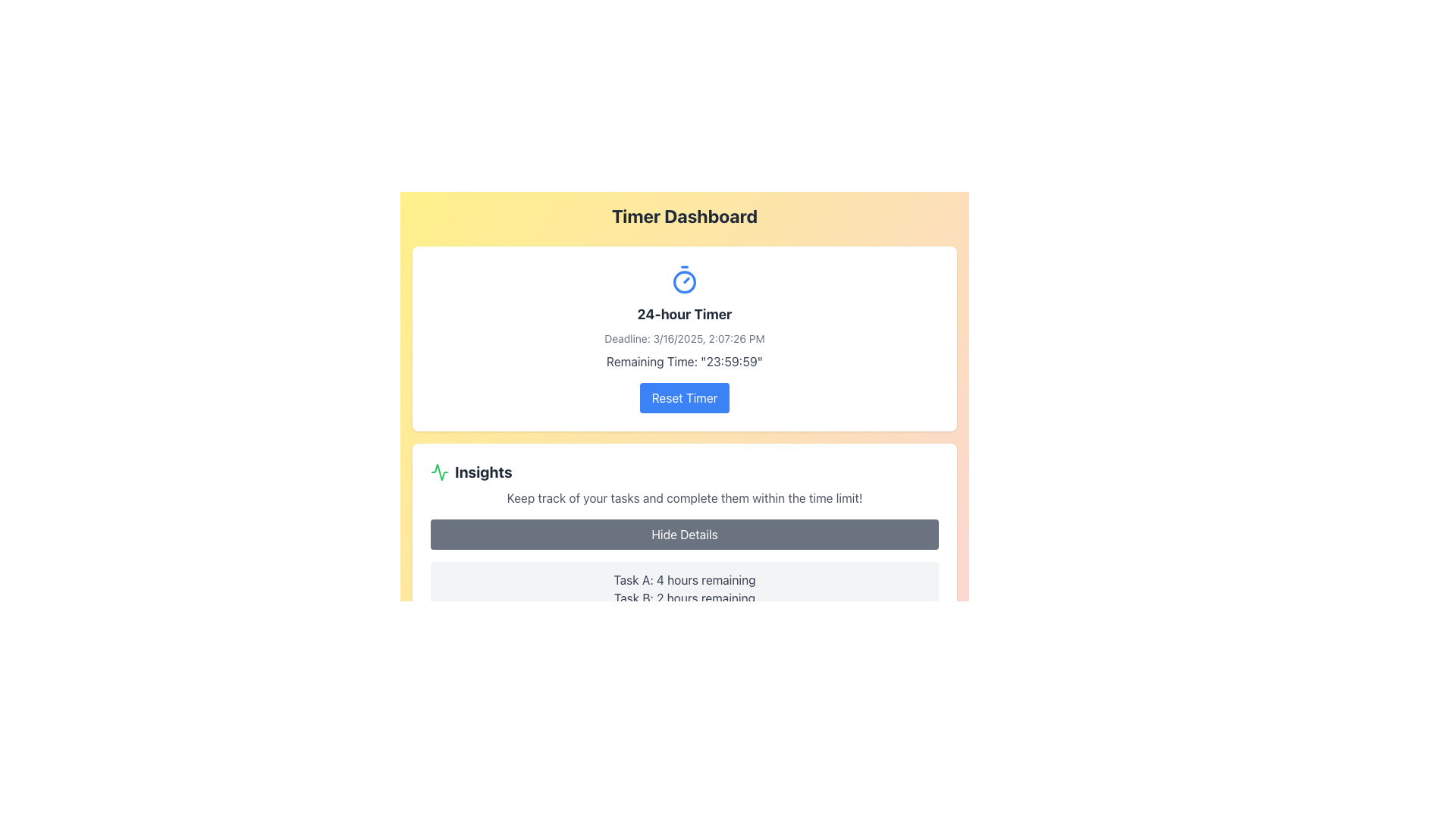 This screenshot has width=1456, height=819. I want to click on text displayed in the 'Task A' text display element located below the 'Hide Details' button in the 'Insights' section, so click(683, 579).